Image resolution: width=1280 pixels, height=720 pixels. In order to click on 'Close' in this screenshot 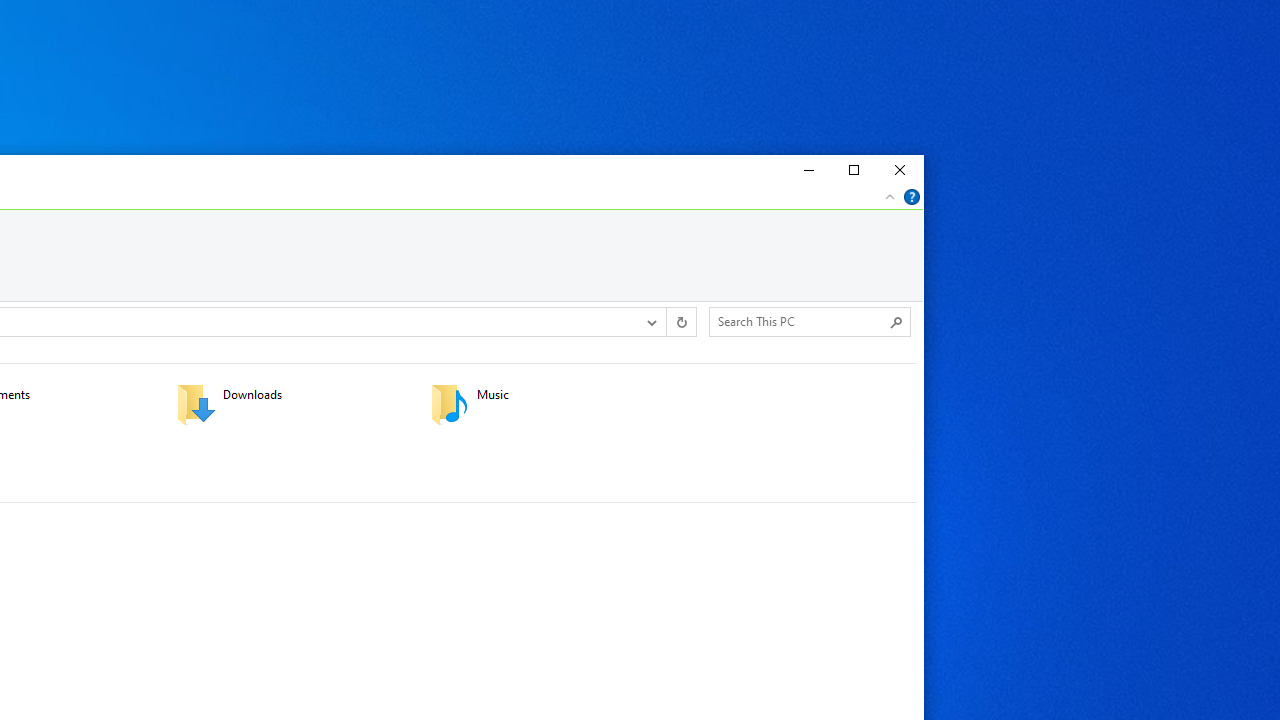, I will do `click(899, 170)`.